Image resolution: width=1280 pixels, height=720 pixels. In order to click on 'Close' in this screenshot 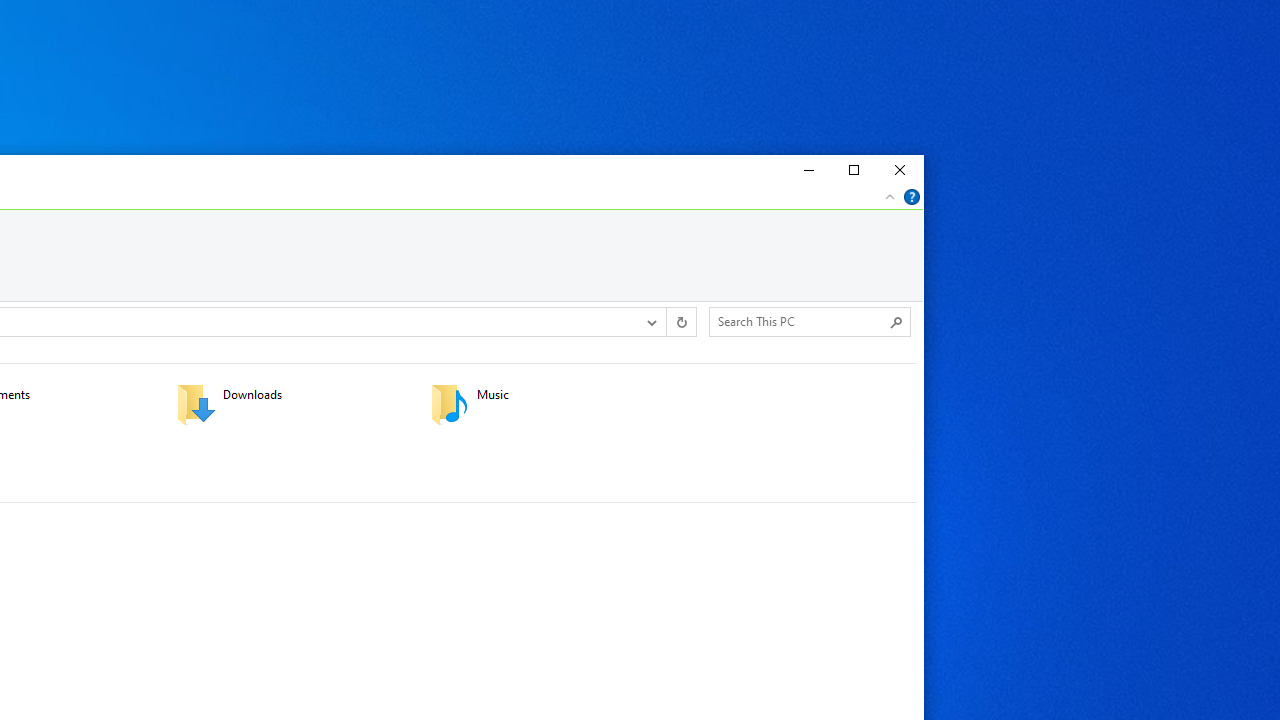, I will do `click(899, 170)`.